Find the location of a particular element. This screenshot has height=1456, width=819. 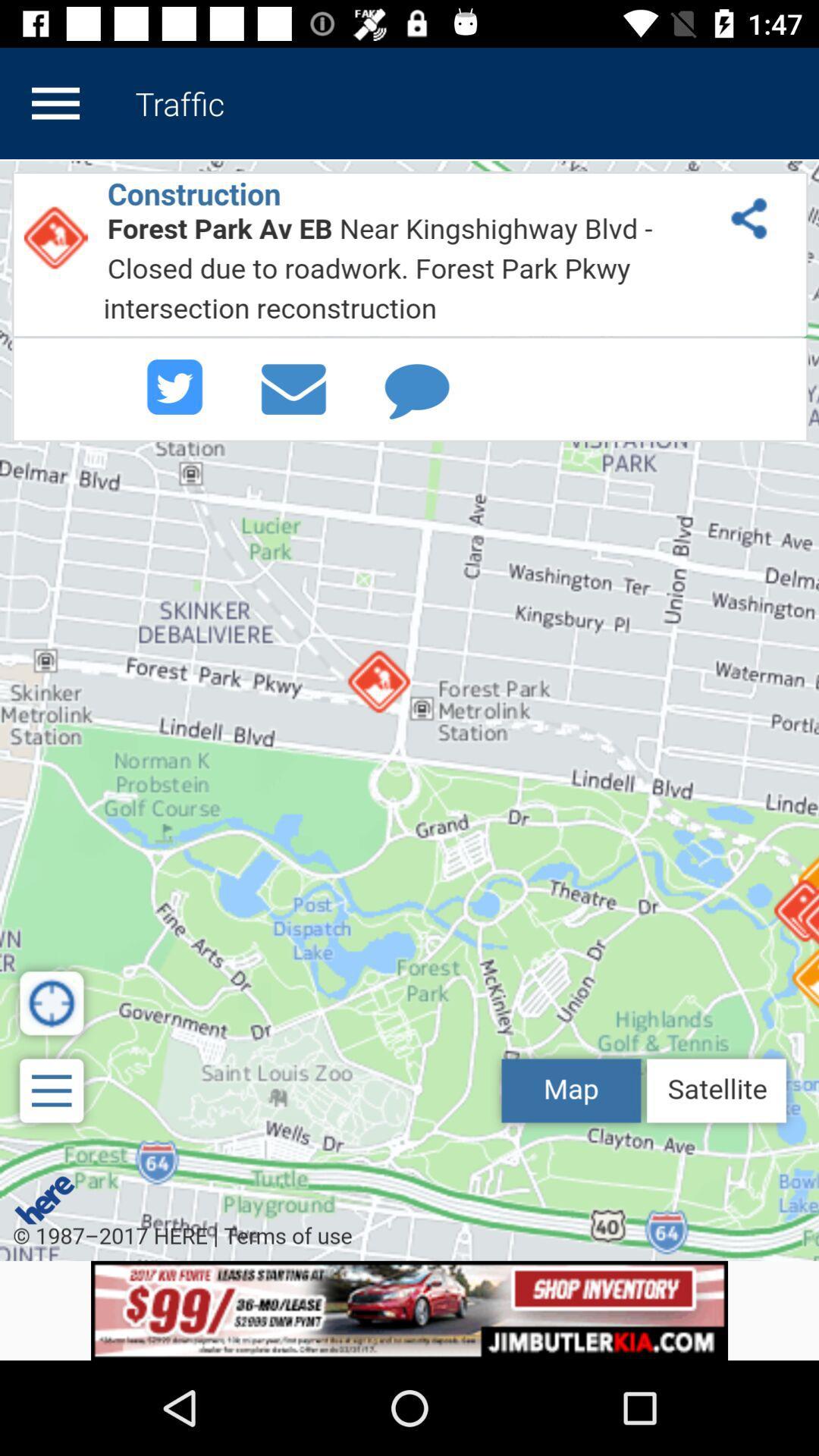

menu to get back to more map options is located at coordinates (55, 102).